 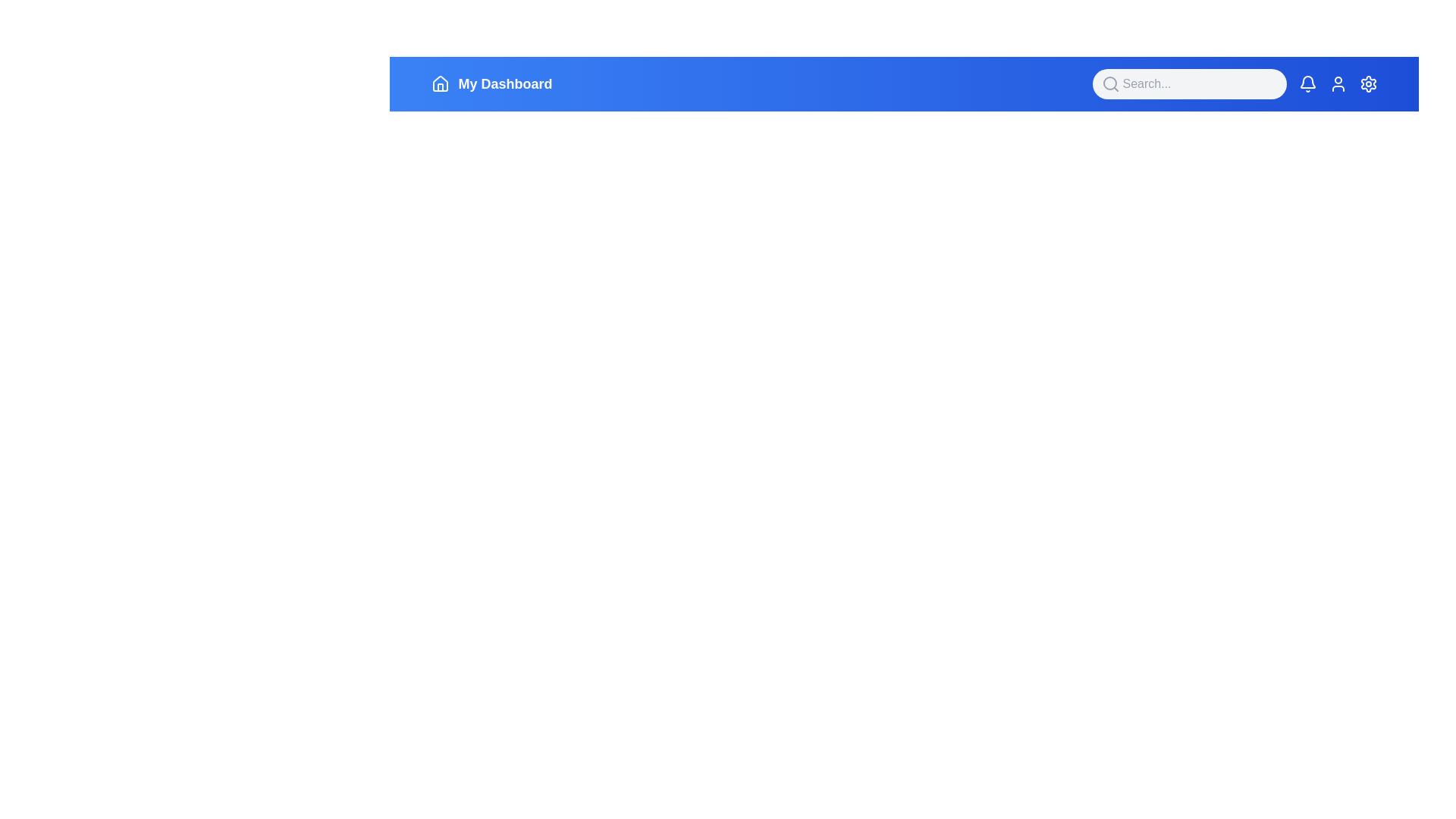 What do you see at coordinates (1368, 84) in the screenshot?
I see `the settings icon to open the settings menu` at bounding box center [1368, 84].